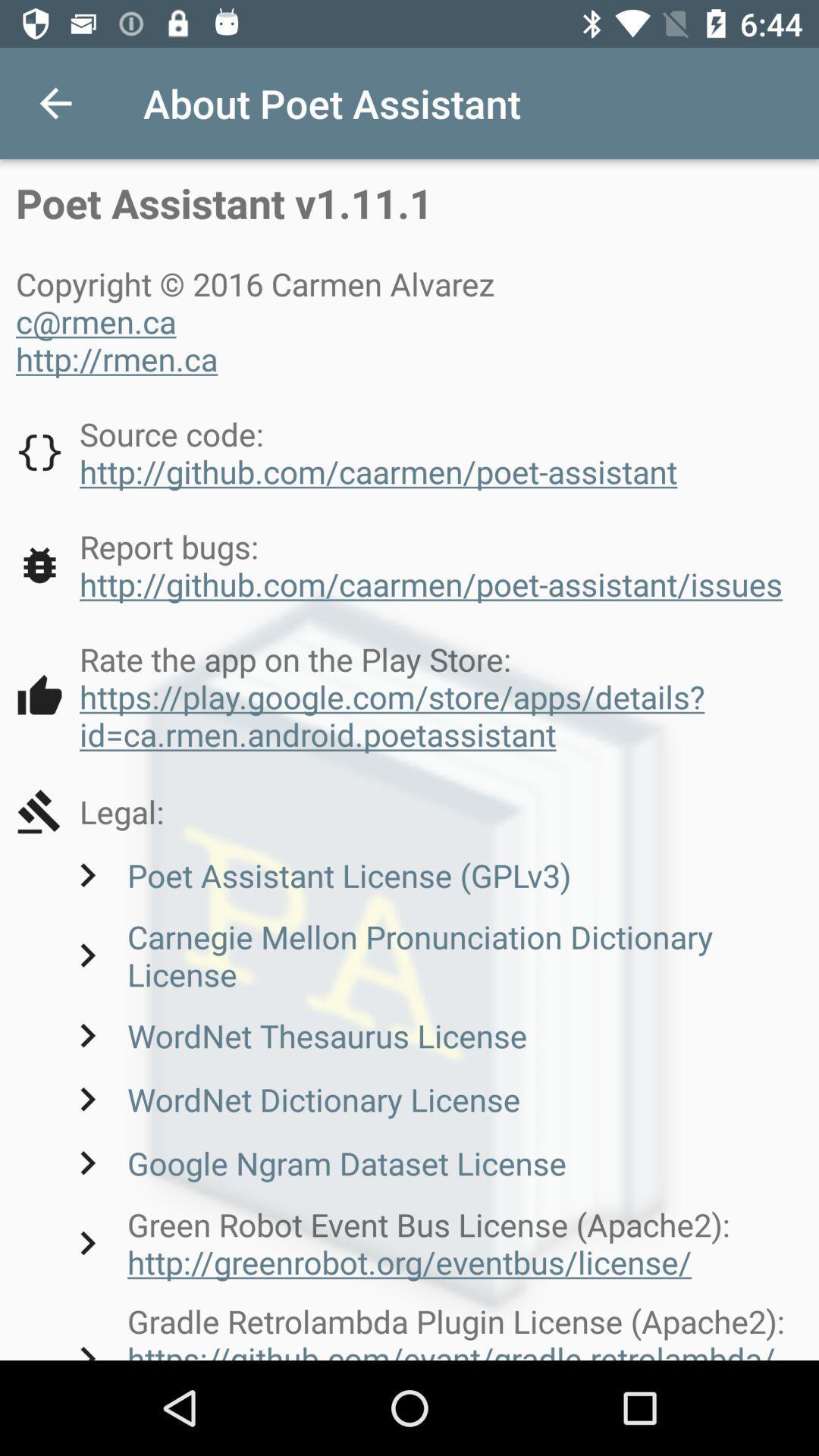  What do you see at coordinates (347, 451) in the screenshot?
I see `icon below copyright 2016 carmen icon` at bounding box center [347, 451].